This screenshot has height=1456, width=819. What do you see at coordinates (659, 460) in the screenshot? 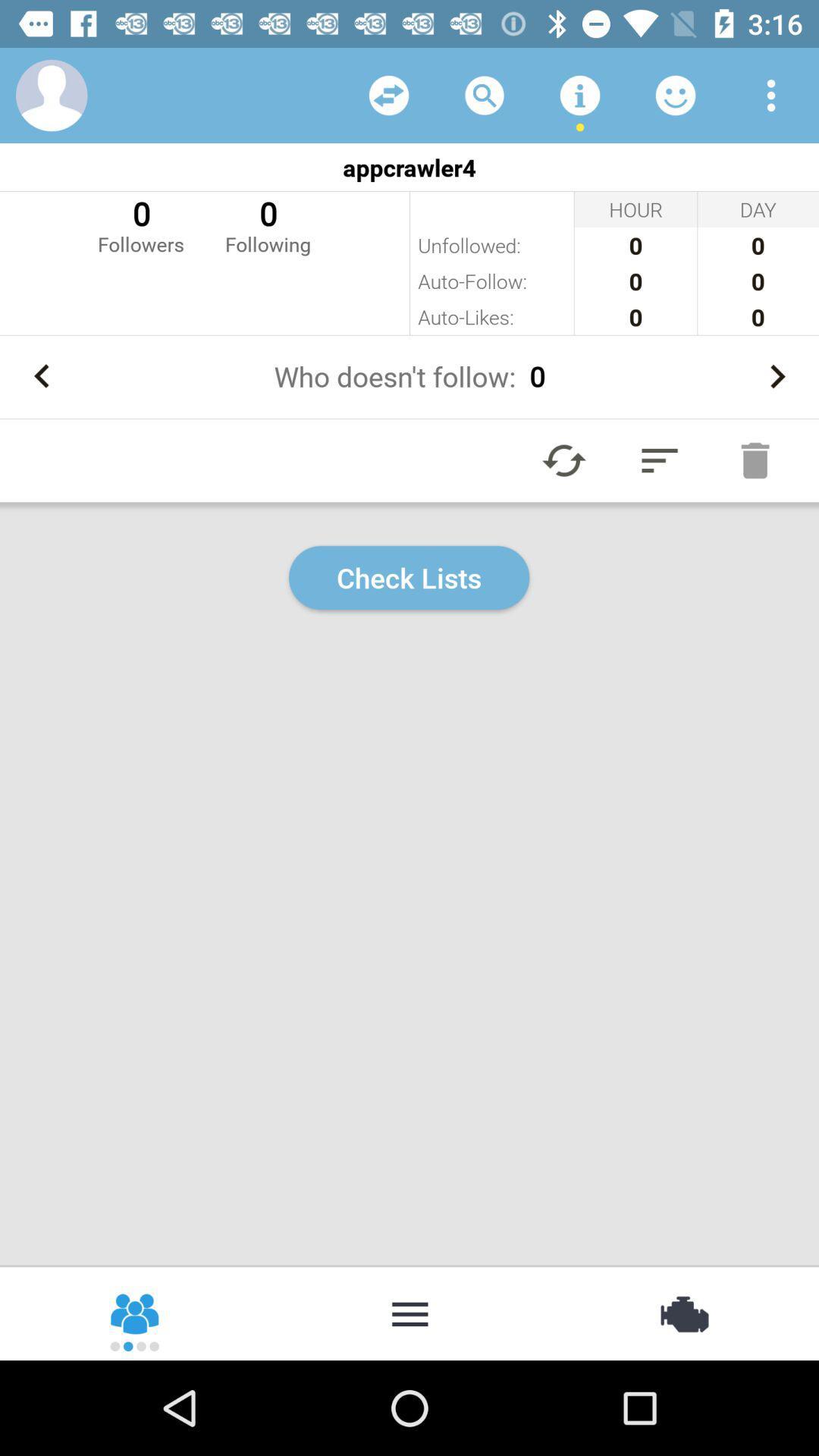
I see `the filter_list icon` at bounding box center [659, 460].